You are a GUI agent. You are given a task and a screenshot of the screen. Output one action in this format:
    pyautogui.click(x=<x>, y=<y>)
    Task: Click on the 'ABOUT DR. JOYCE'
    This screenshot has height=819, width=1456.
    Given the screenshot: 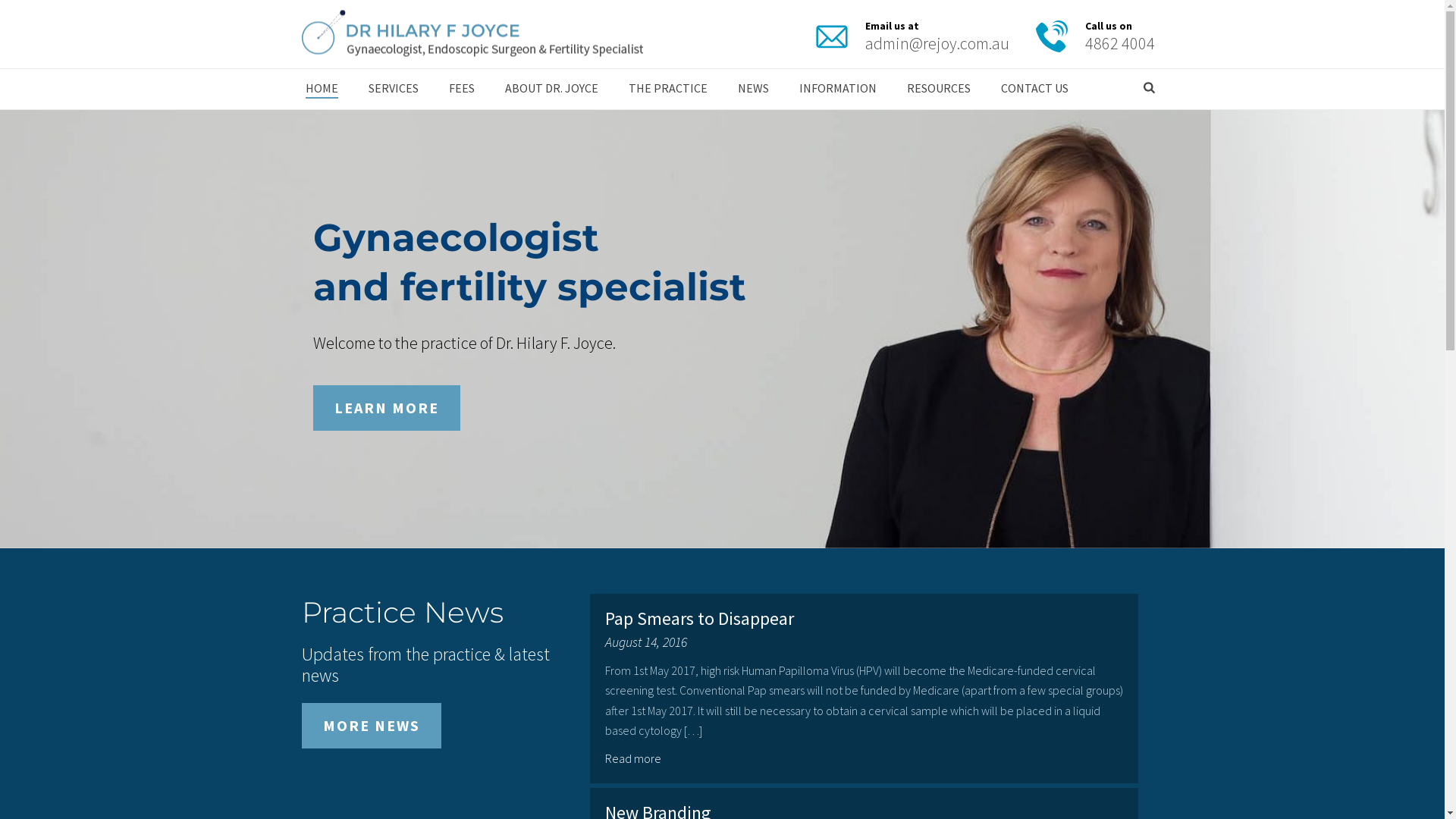 What is the action you would take?
    pyautogui.click(x=551, y=89)
    